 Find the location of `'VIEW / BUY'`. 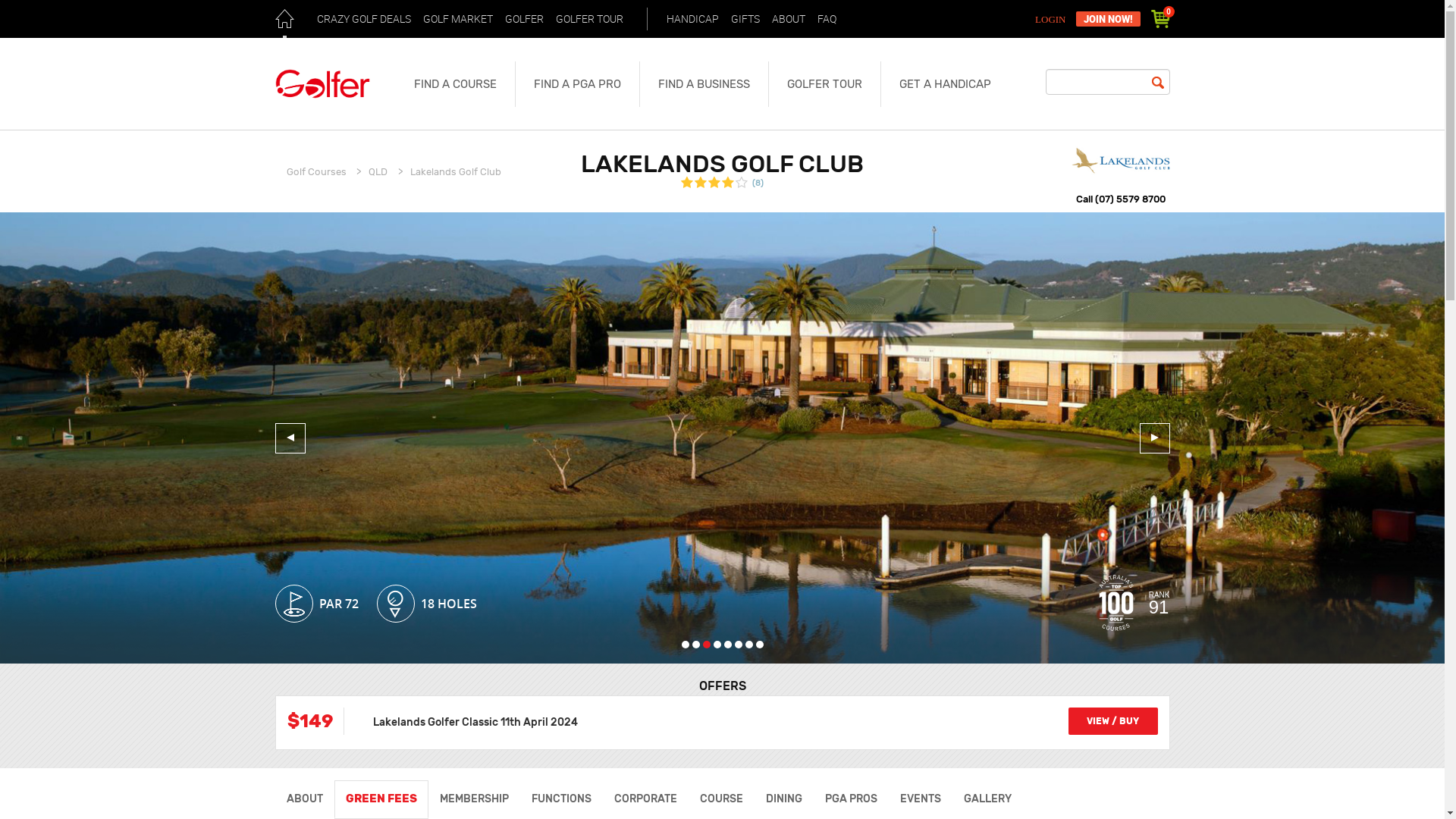

'VIEW / BUY' is located at coordinates (1112, 720).